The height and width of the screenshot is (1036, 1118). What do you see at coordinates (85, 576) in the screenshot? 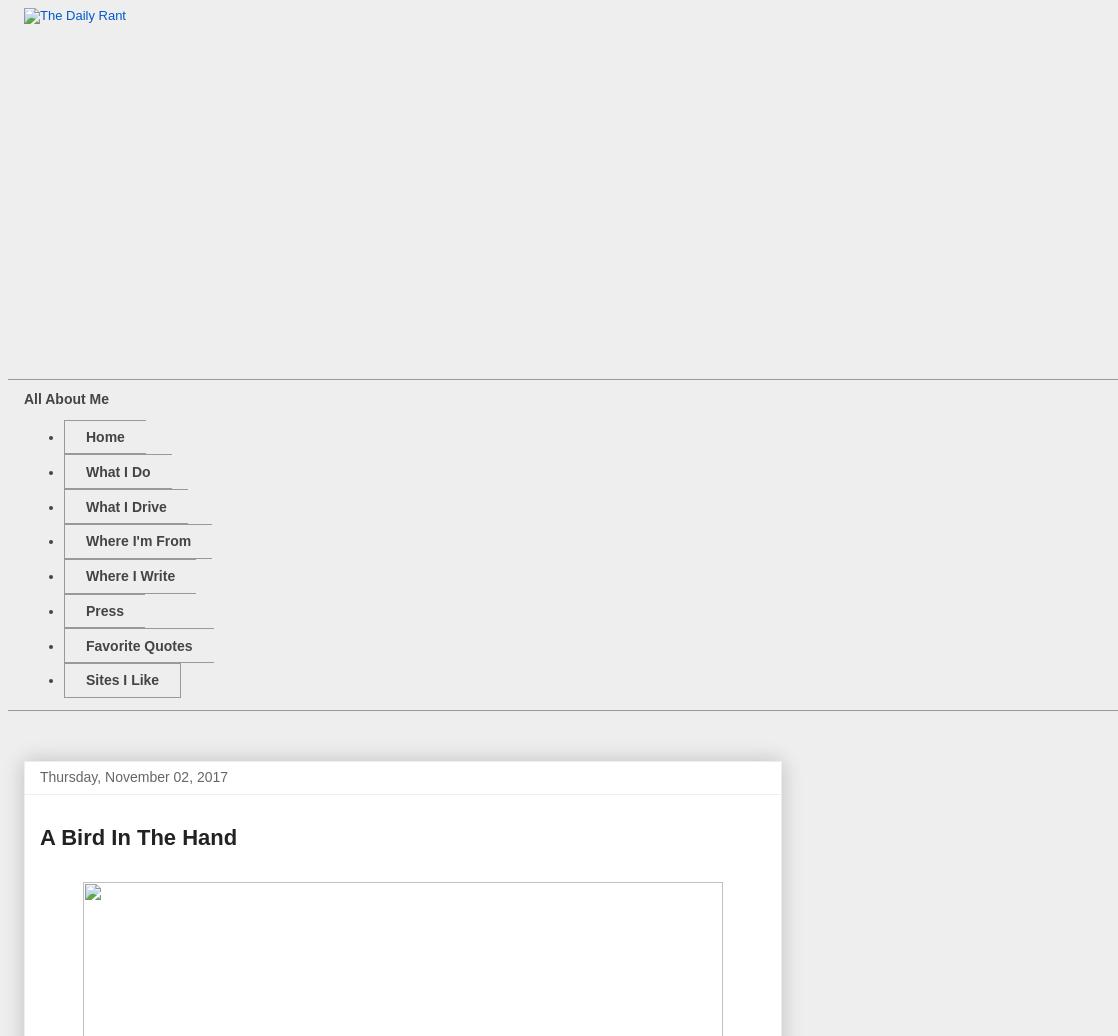
I see `'Where I Write'` at bounding box center [85, 576].